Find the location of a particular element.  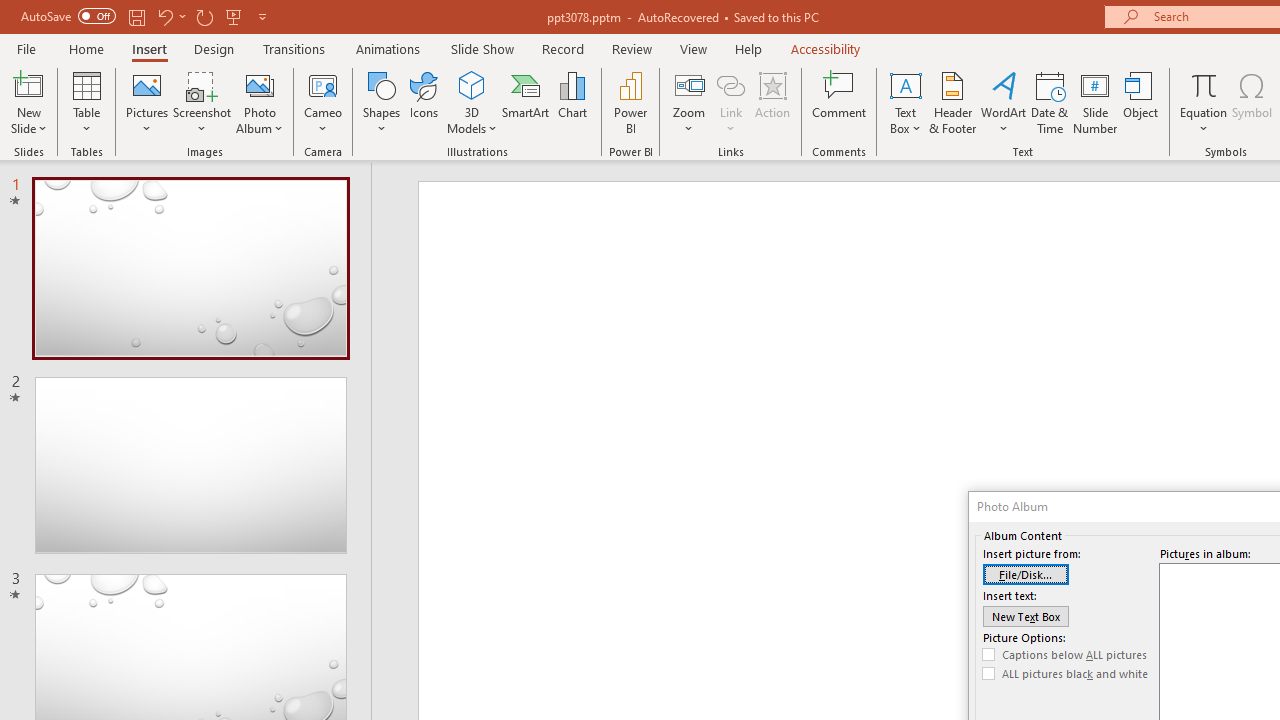

'WordArt' is located at coordinates (1004, 103).